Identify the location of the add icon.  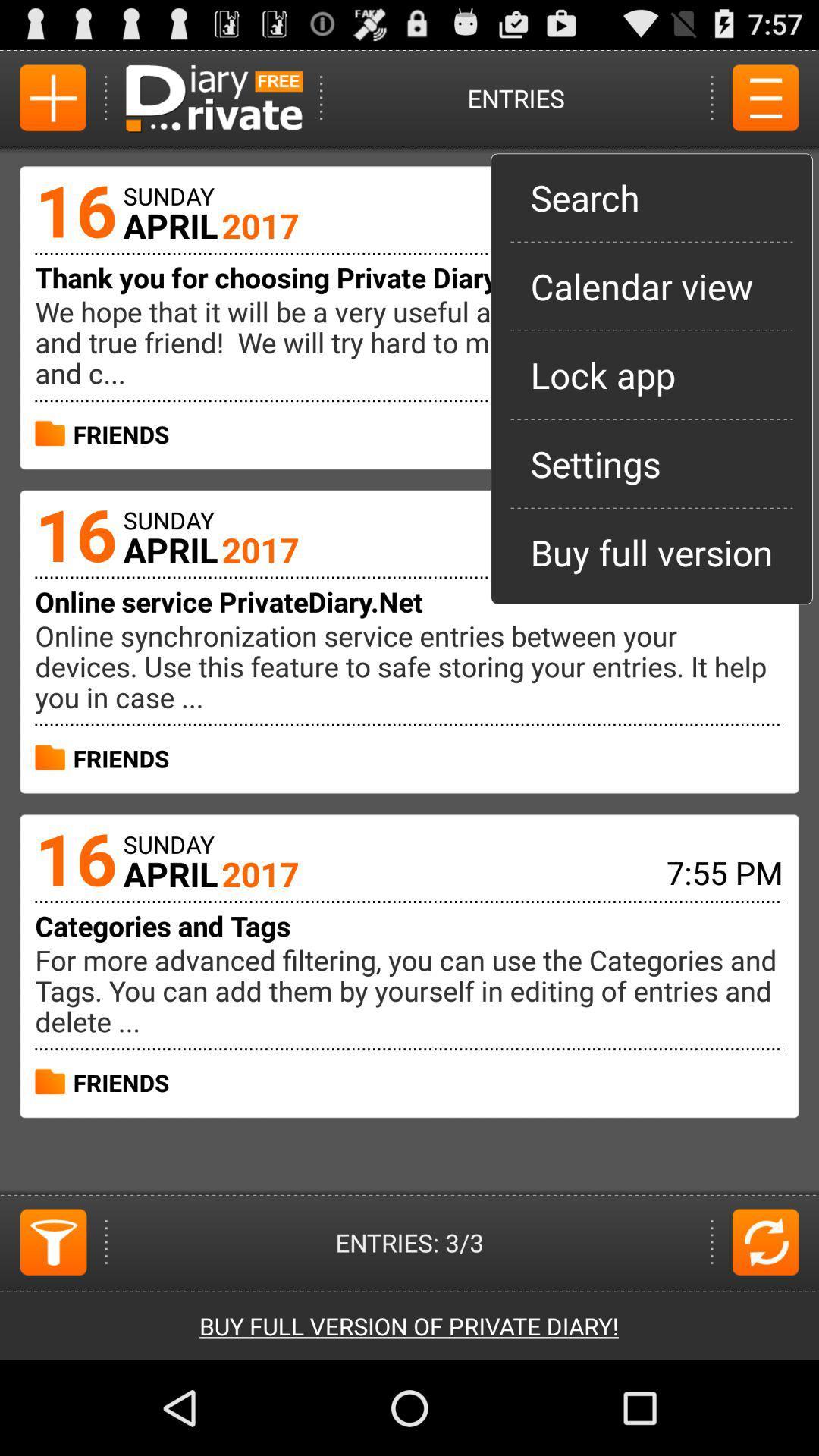
(52, 104).